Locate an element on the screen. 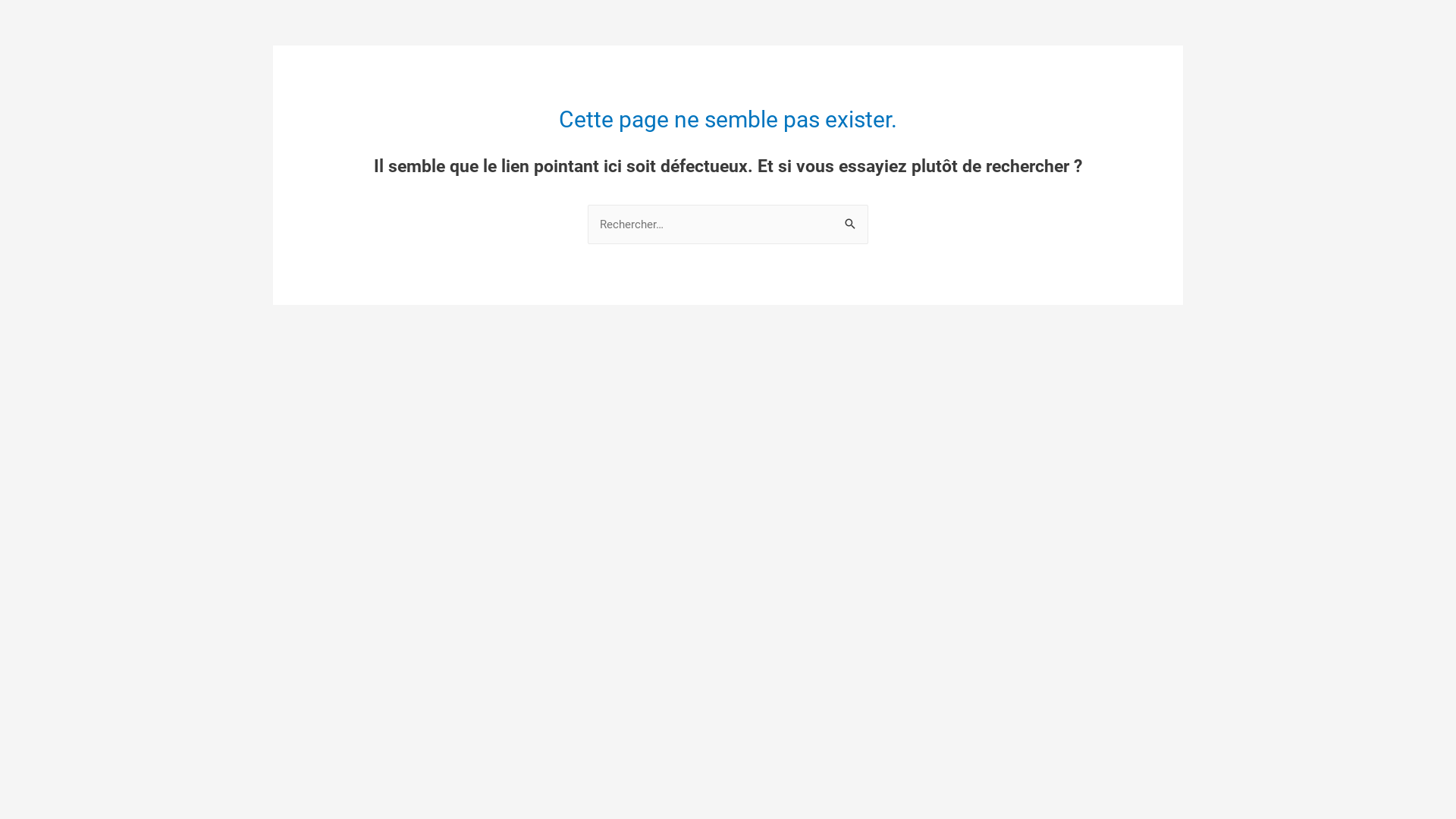  'Rechercher' is located at coordinates (851, 220).